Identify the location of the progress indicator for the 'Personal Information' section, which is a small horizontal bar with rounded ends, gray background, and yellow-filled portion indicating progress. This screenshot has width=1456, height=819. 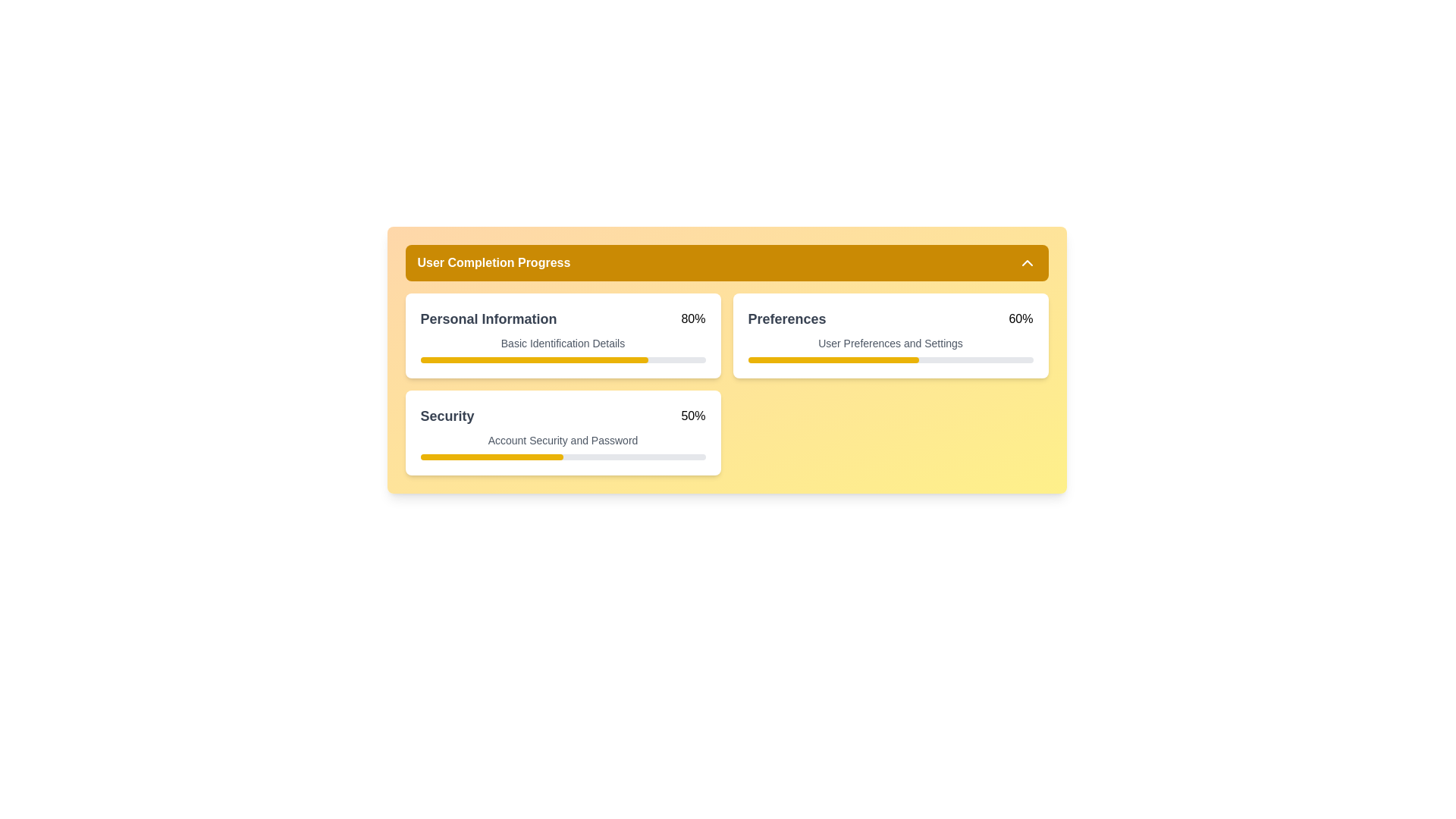
(562, 359).